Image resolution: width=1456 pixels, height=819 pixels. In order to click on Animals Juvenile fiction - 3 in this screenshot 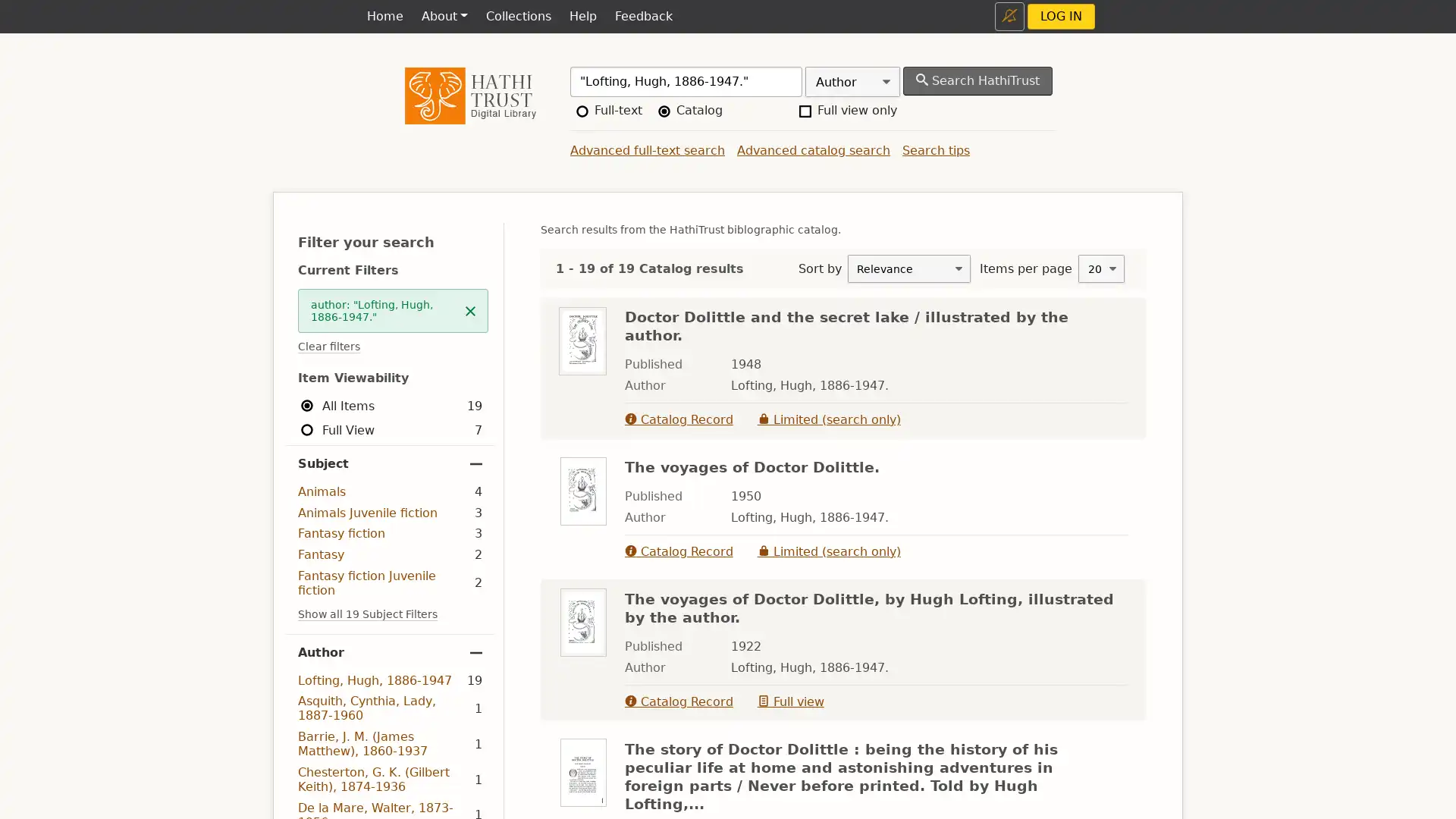, I will do `click(390, 512)`.